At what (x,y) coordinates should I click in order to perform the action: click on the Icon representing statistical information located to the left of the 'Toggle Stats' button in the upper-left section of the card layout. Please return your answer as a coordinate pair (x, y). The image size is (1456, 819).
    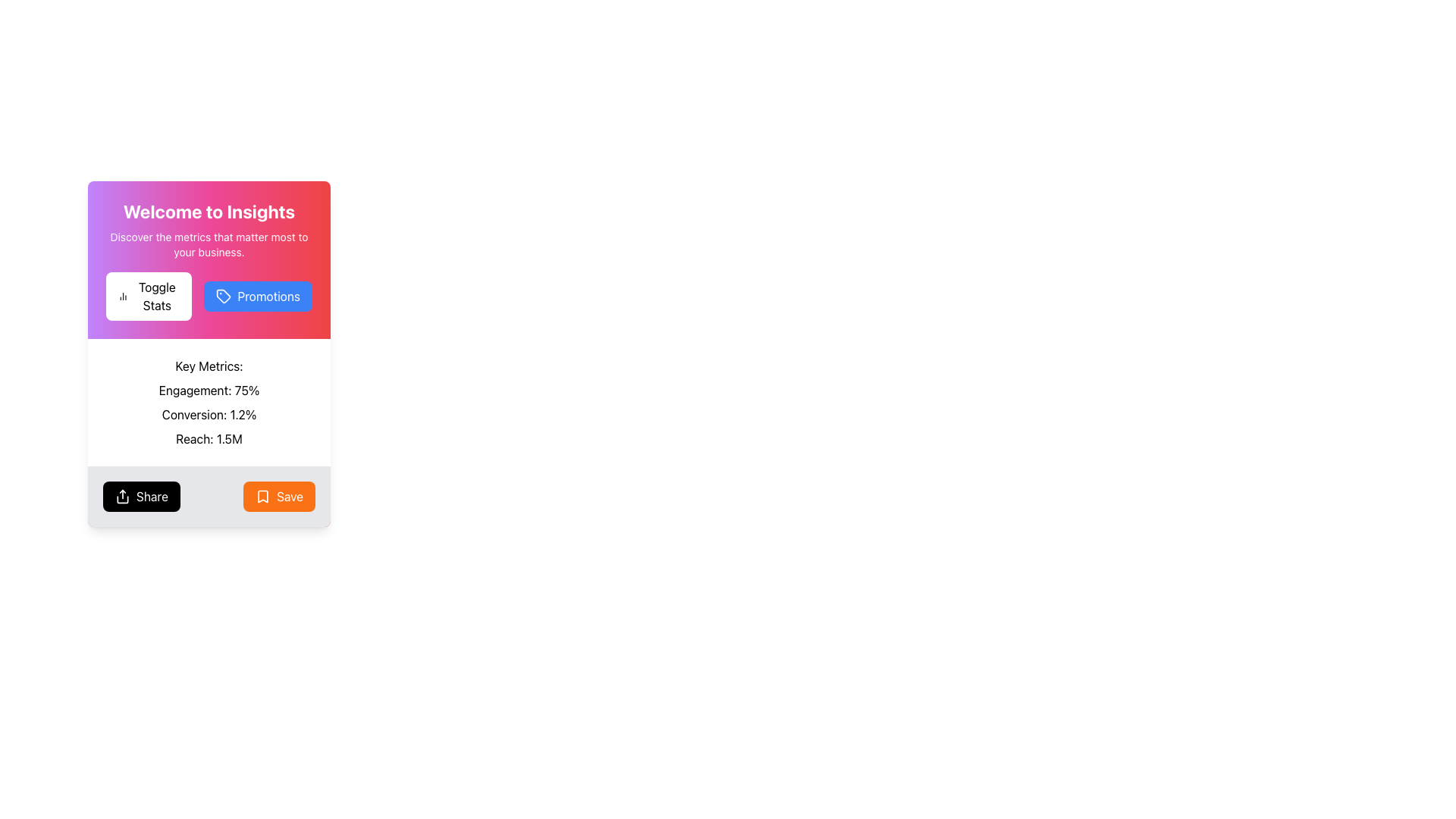
    Looking at the image, I should click on (123, 296).